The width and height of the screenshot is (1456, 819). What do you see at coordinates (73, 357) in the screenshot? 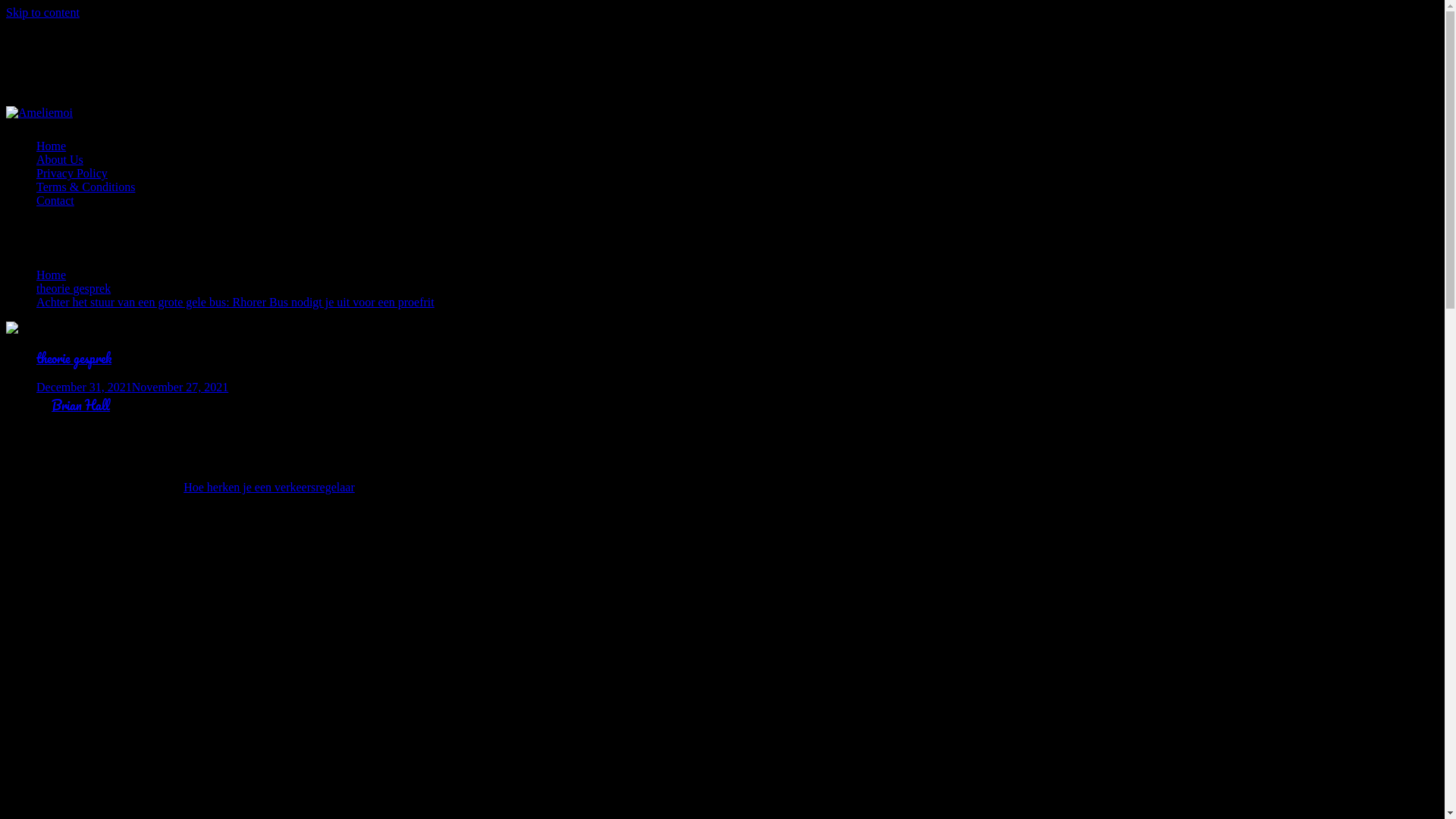
I see `'theorie gesprek'` at bounding box center [73, 357].